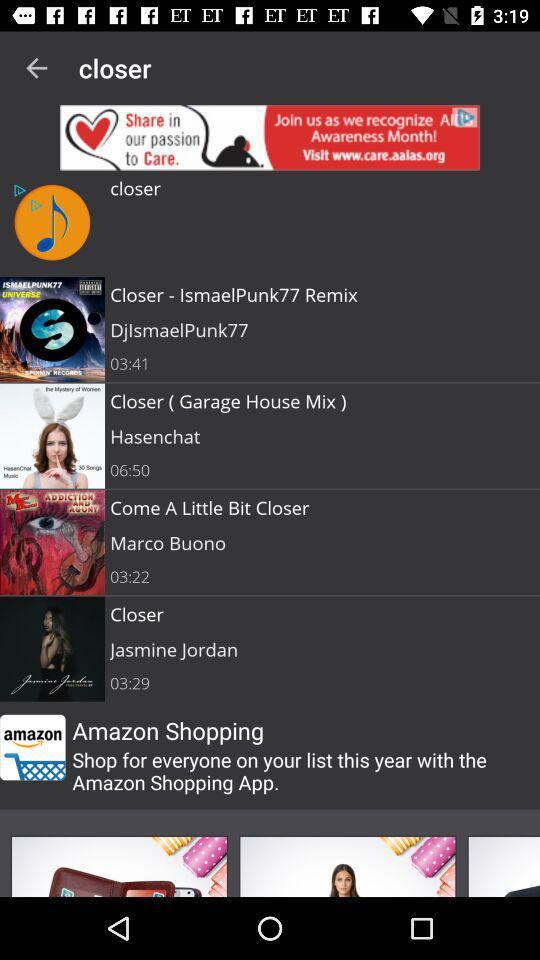 The width and height of the screenshot is (540, 960). What do you see at coordinates (270, 136) in the screenshot?
I see `advertisement` at bounding box center [270, 136].